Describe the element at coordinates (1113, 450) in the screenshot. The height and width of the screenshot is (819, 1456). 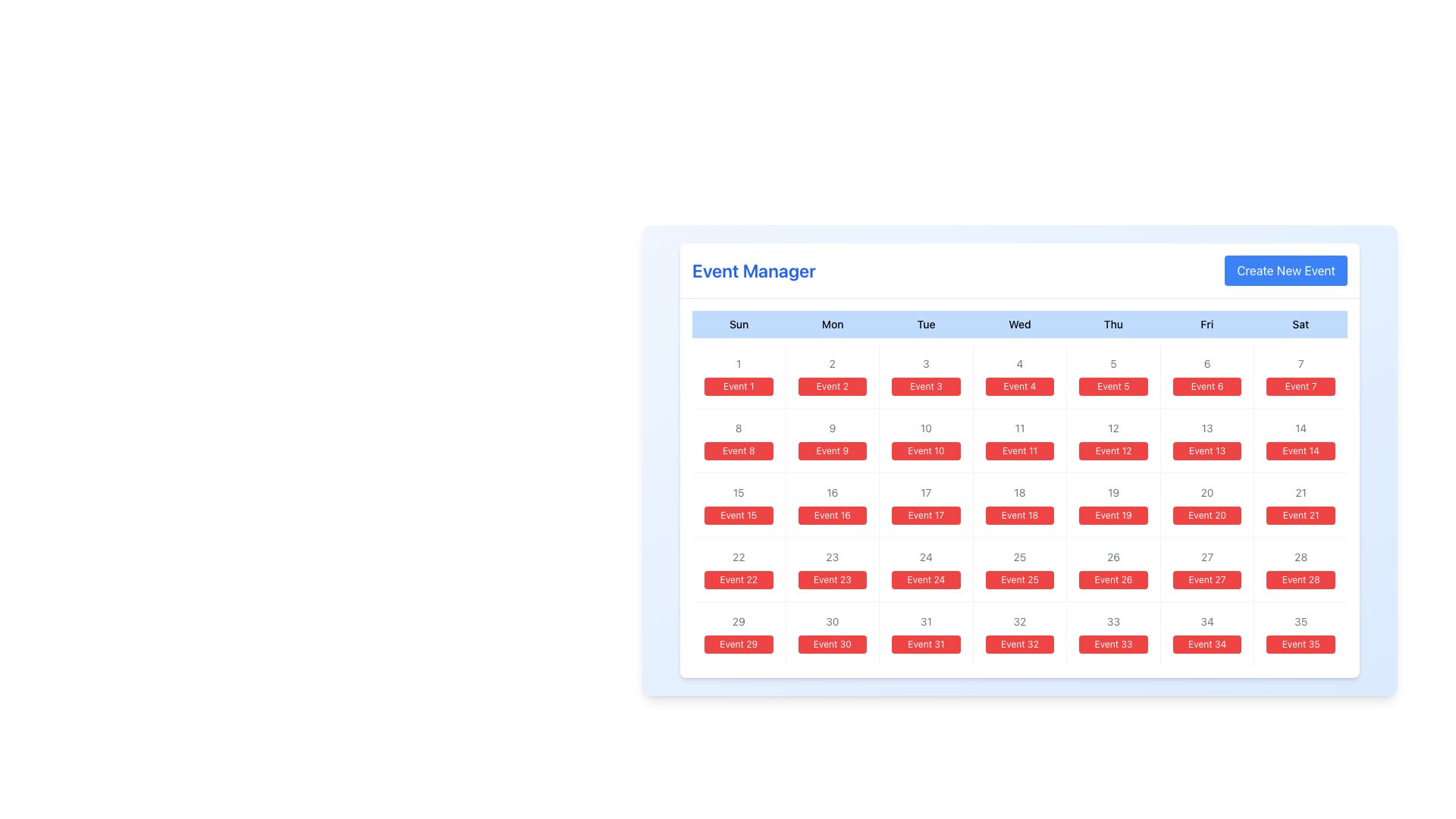
I see `the Button-like label representing an event scheduled for the date 12 in the calendar under the 'Thu' column` at that location.